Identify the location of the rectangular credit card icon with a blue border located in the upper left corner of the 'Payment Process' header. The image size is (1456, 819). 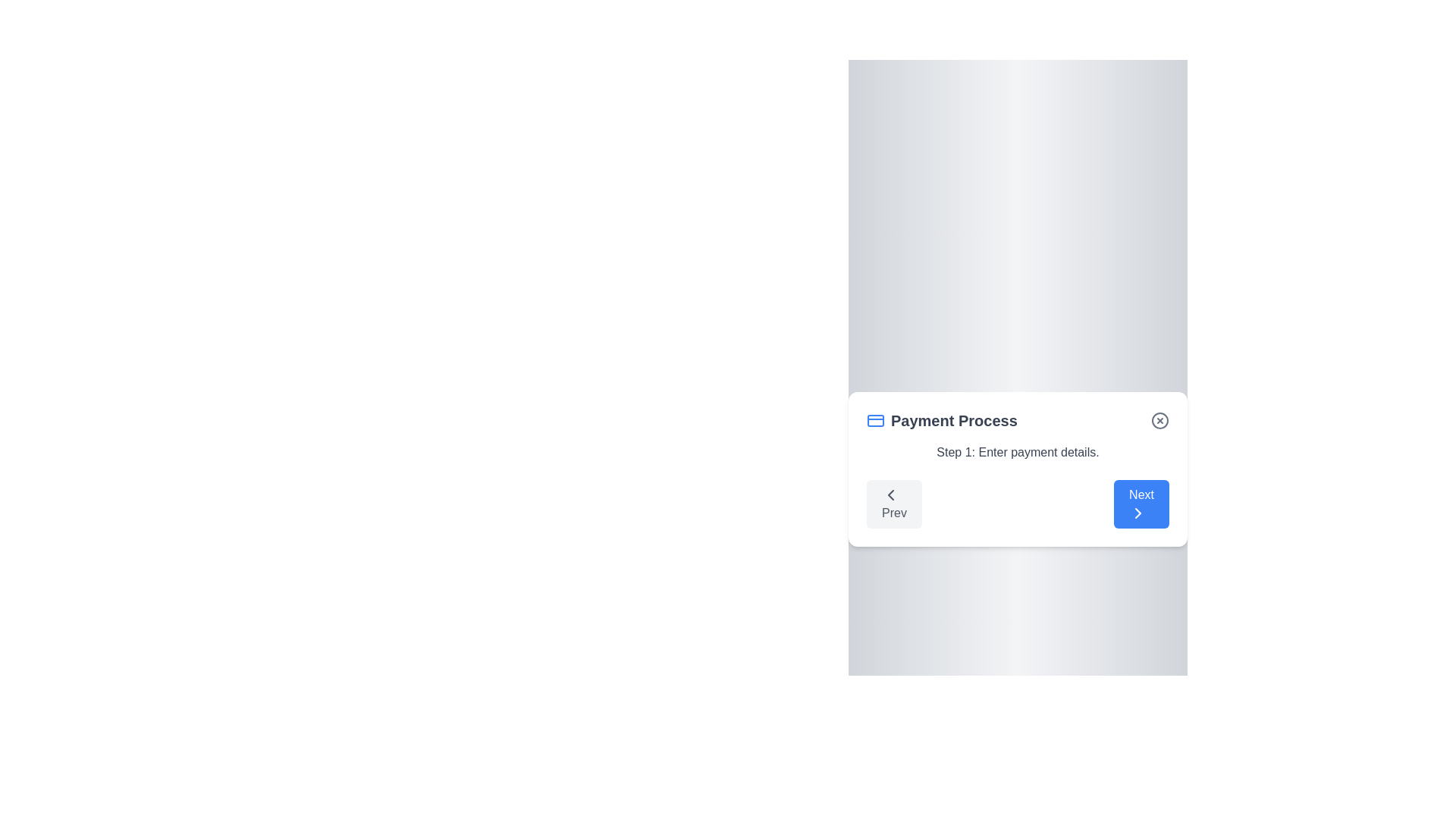
(876, 421).